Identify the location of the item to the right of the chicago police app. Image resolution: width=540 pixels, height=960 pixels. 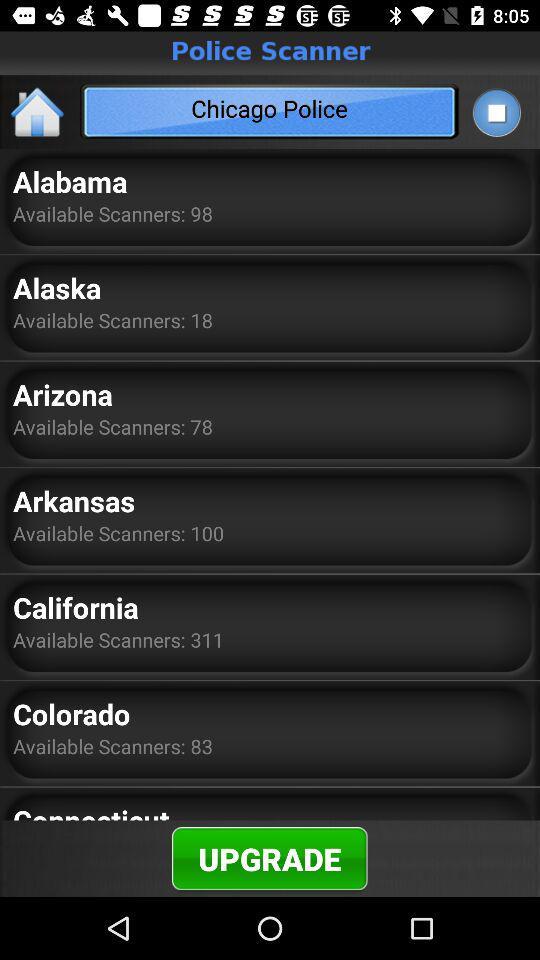
(495, 112).